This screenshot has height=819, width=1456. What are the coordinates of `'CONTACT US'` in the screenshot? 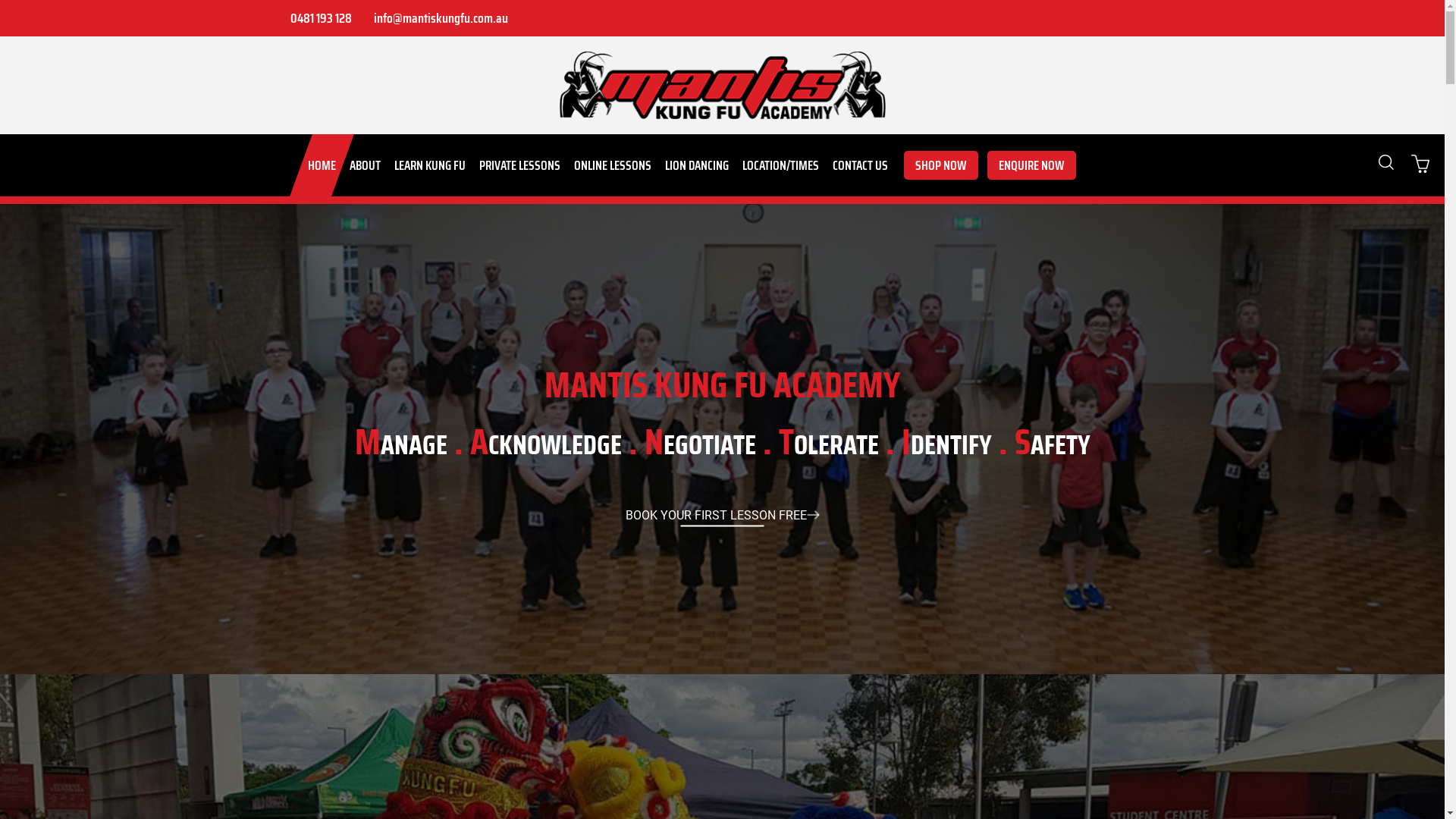 It's located at (859, 165).